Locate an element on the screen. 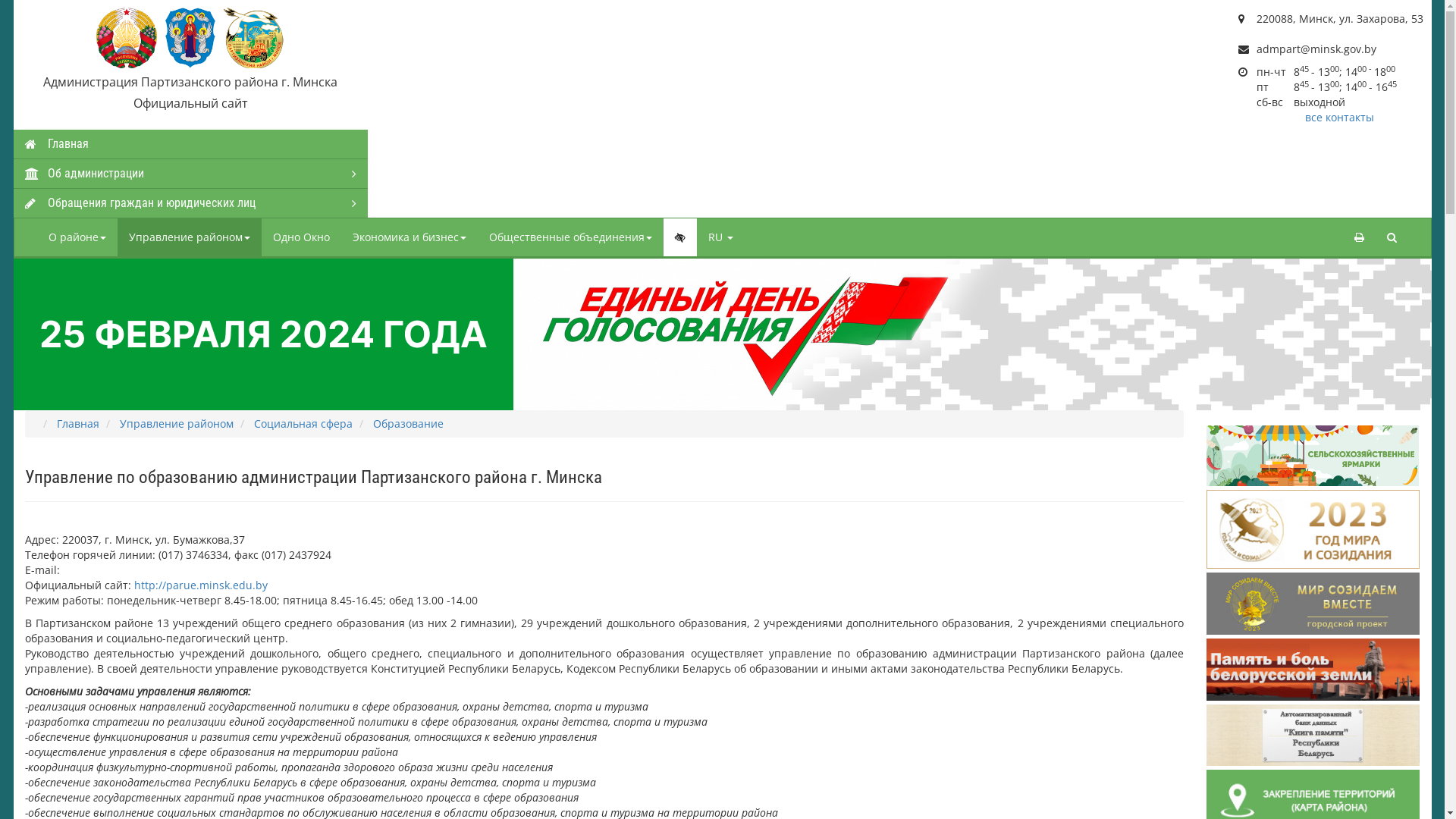 This screenshot has height=819, width=1456. 'RU' is located at coordinates (695, 237).